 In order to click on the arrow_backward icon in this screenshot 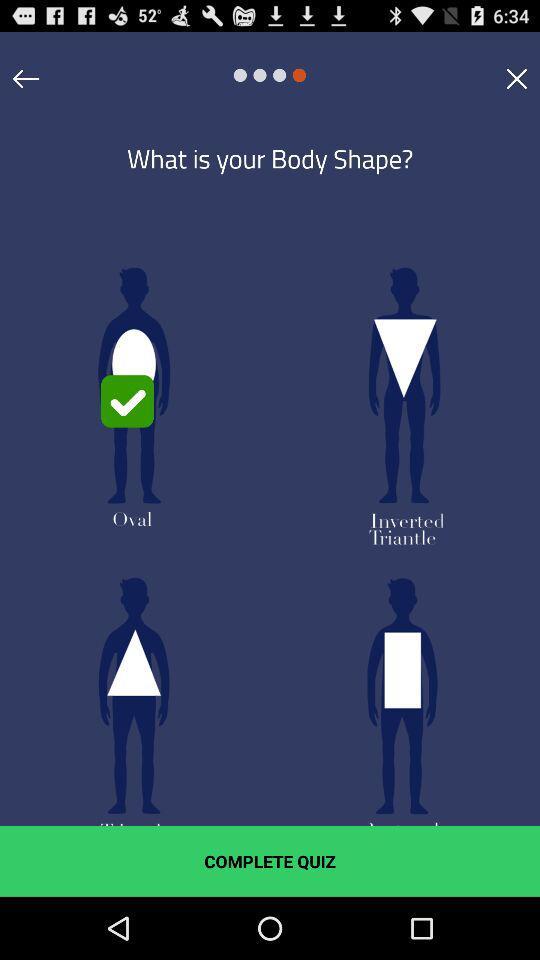, I will do `click(25, 84)`.